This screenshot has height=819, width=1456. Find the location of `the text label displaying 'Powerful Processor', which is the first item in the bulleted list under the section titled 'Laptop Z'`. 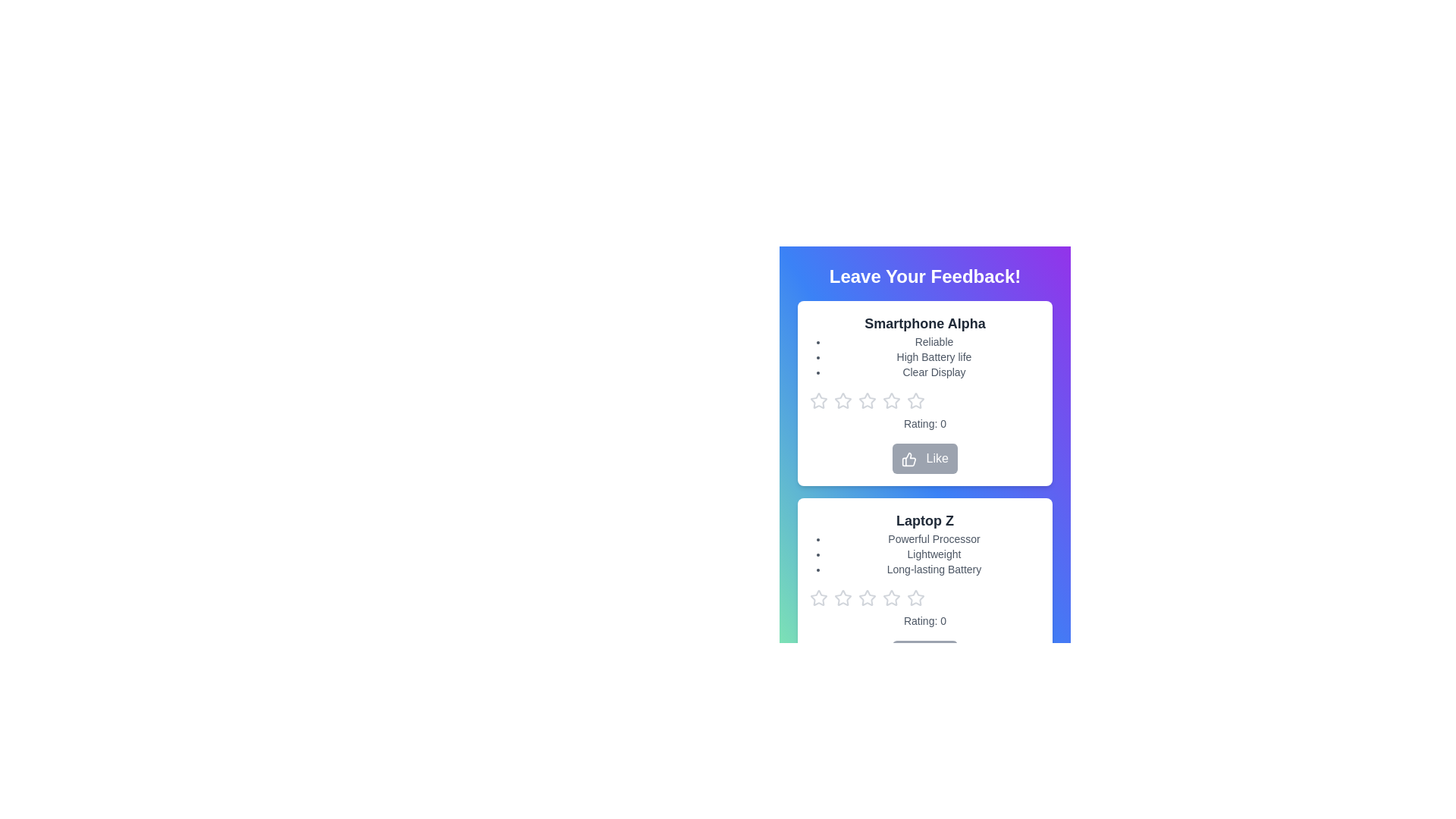

the text label displaying 'Powerful Processor', which is the first item in the bulleted list under the section titled 'Laptop Z' is located at coordinates (934, 538).